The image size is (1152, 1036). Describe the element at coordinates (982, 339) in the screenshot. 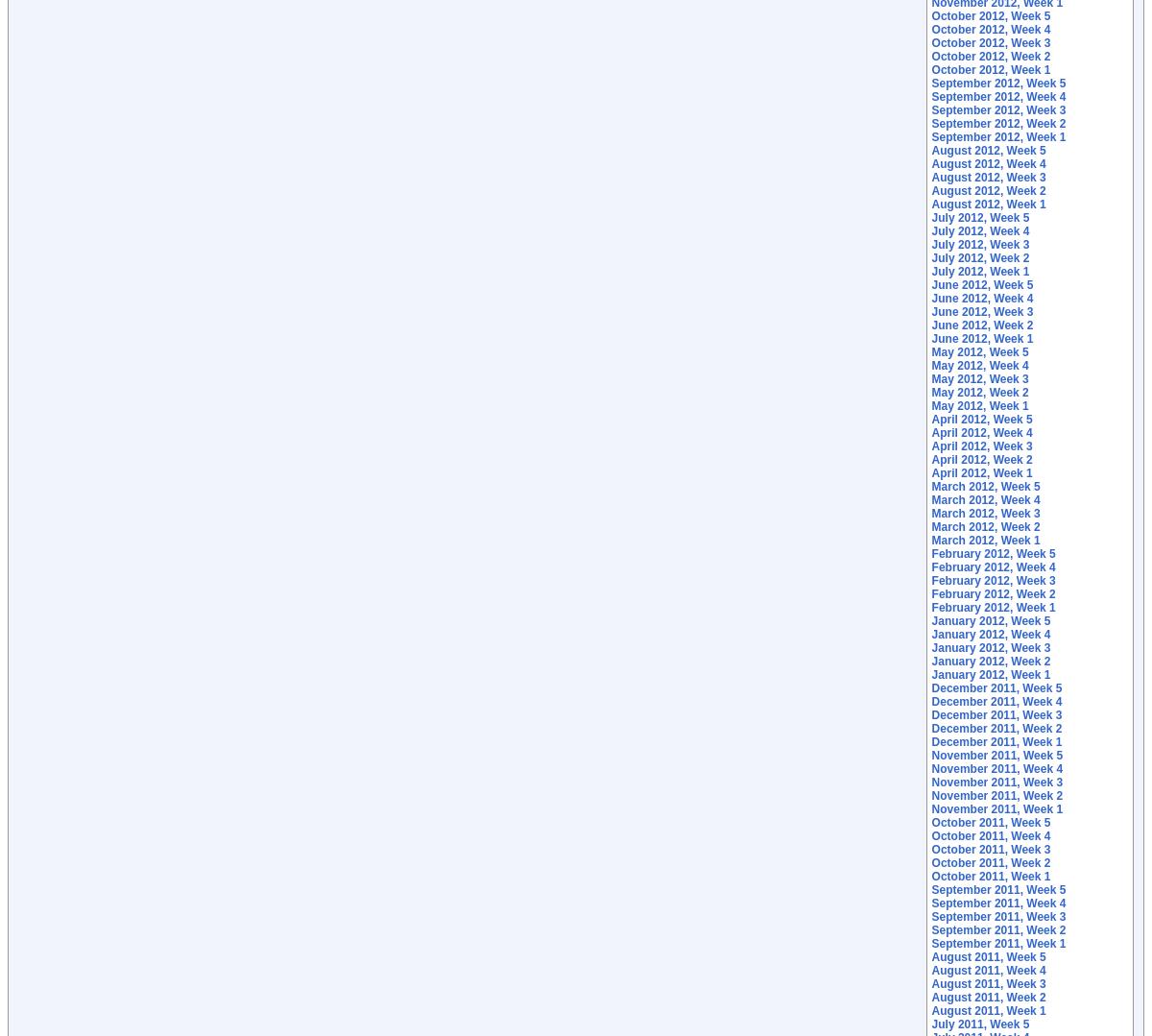

I see `'June 2012, Week 1'` at that location.